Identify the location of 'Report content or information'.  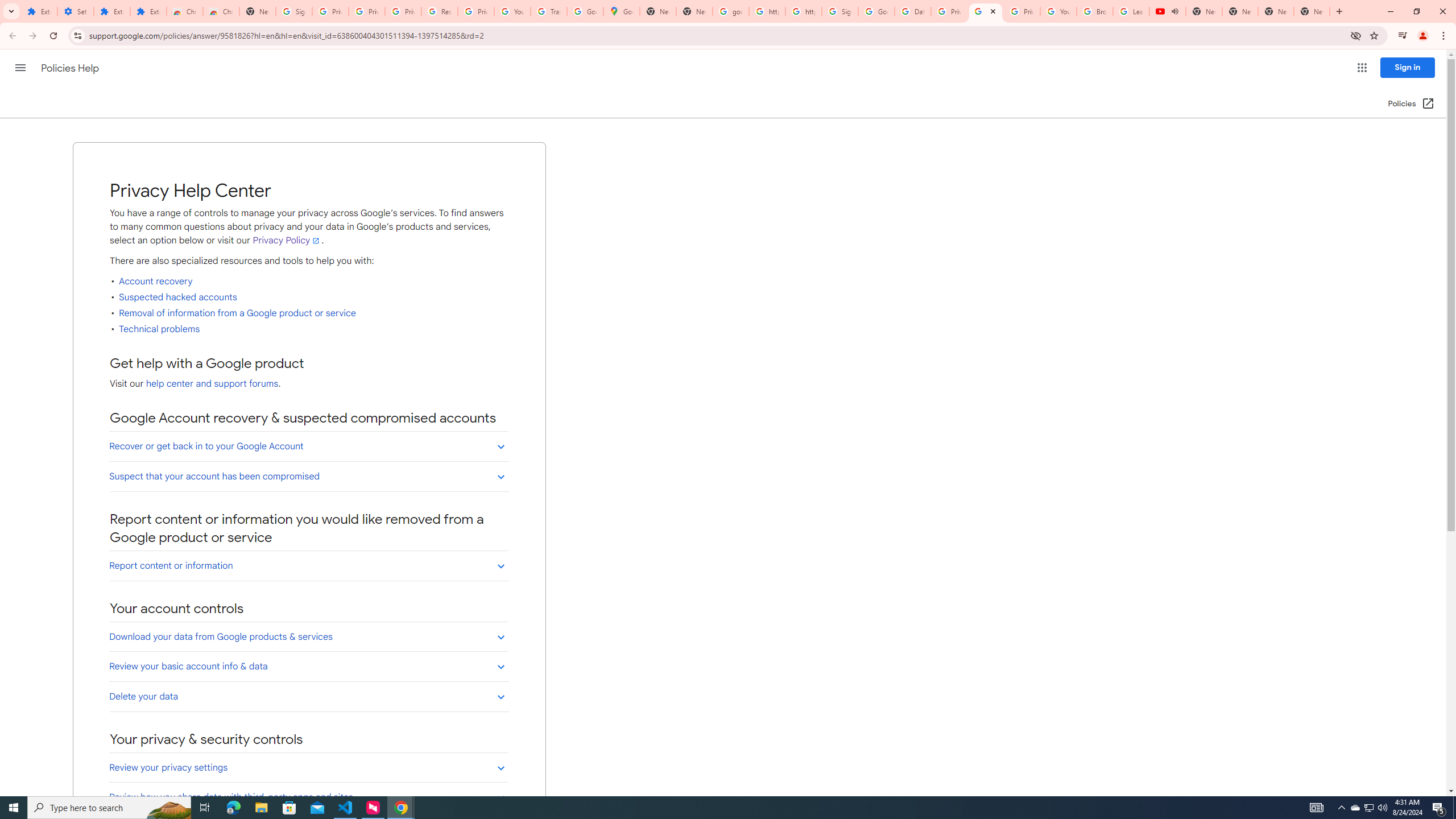
(308, 565).